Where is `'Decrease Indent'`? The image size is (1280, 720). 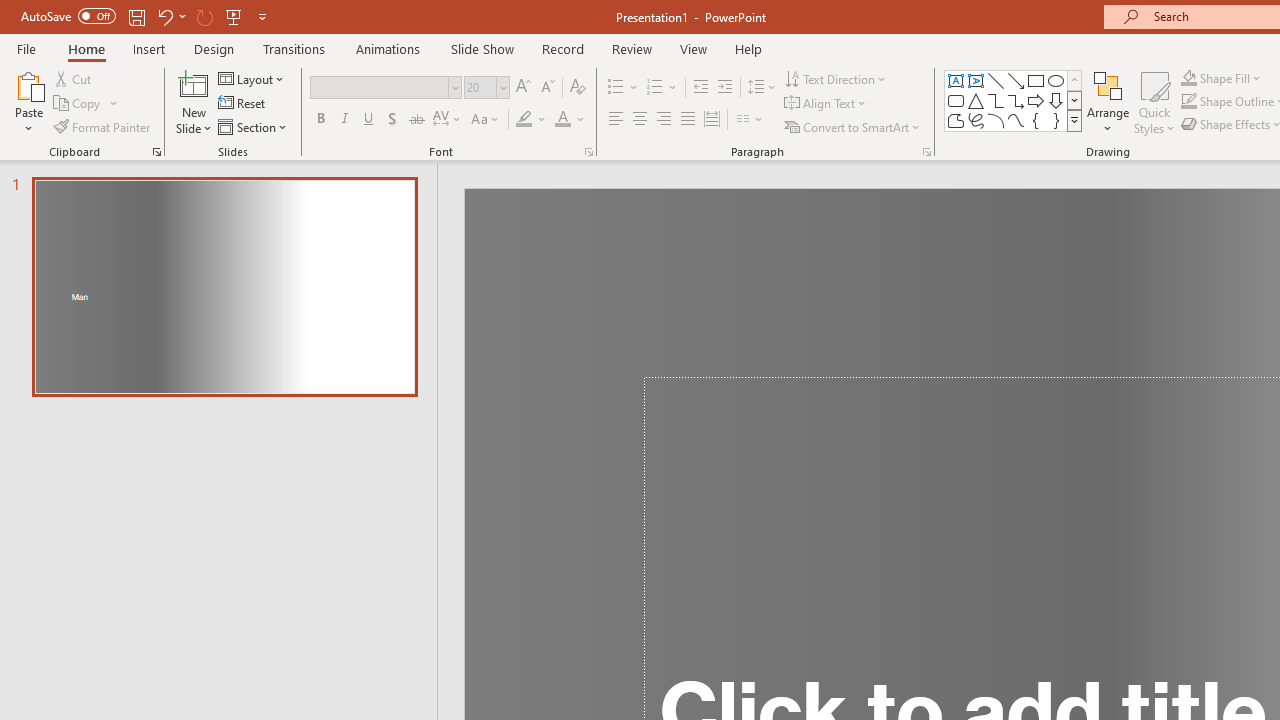
'Decrease Indent' is located at coordinates (700, 86).